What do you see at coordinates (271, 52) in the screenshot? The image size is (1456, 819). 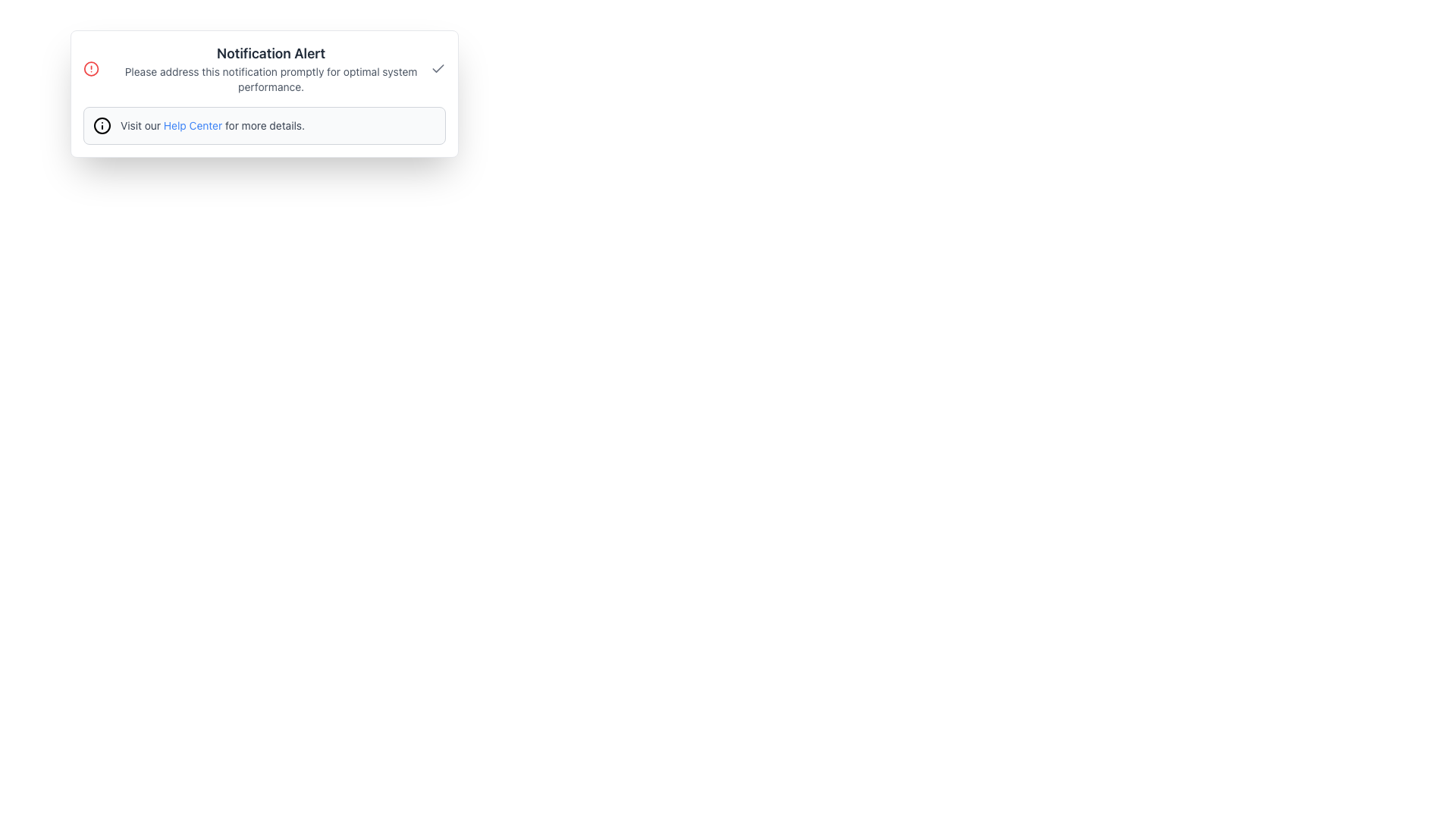 I see `displayed content of the text label showing 'Notification Alert', which is styled in a larger font size, bold weight, and dark gray color` at bounding box center [271, 52].